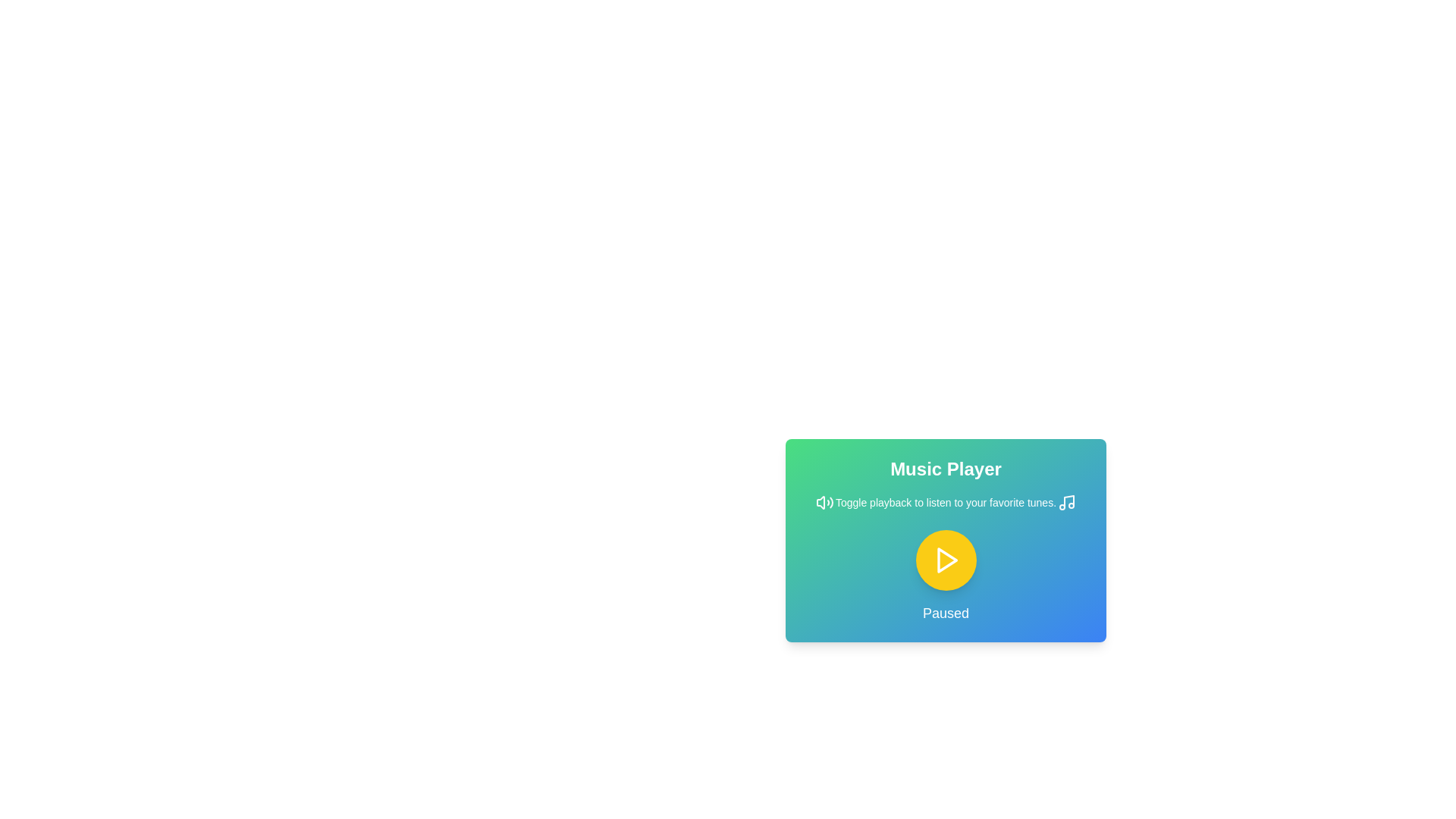 Image resolution: width=1456 pixels, height=819 pixels. Describe the element at coordinates (820, 503) in the screenshot. I see `the central part of the volume icon, which is a vector graphic component within the speaker symbol in the music player UI` at that location.